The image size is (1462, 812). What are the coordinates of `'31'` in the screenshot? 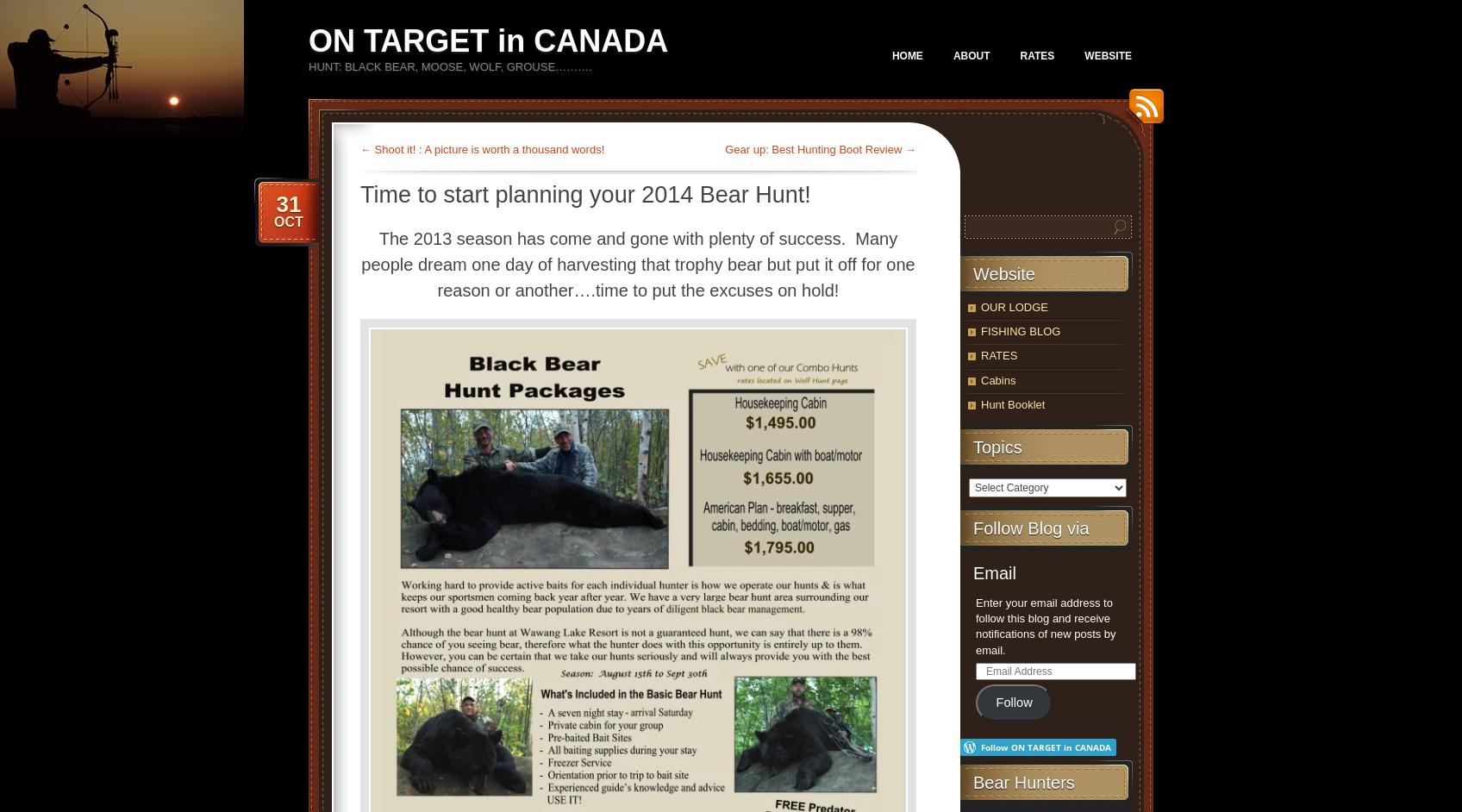 It's located at (288, 203).